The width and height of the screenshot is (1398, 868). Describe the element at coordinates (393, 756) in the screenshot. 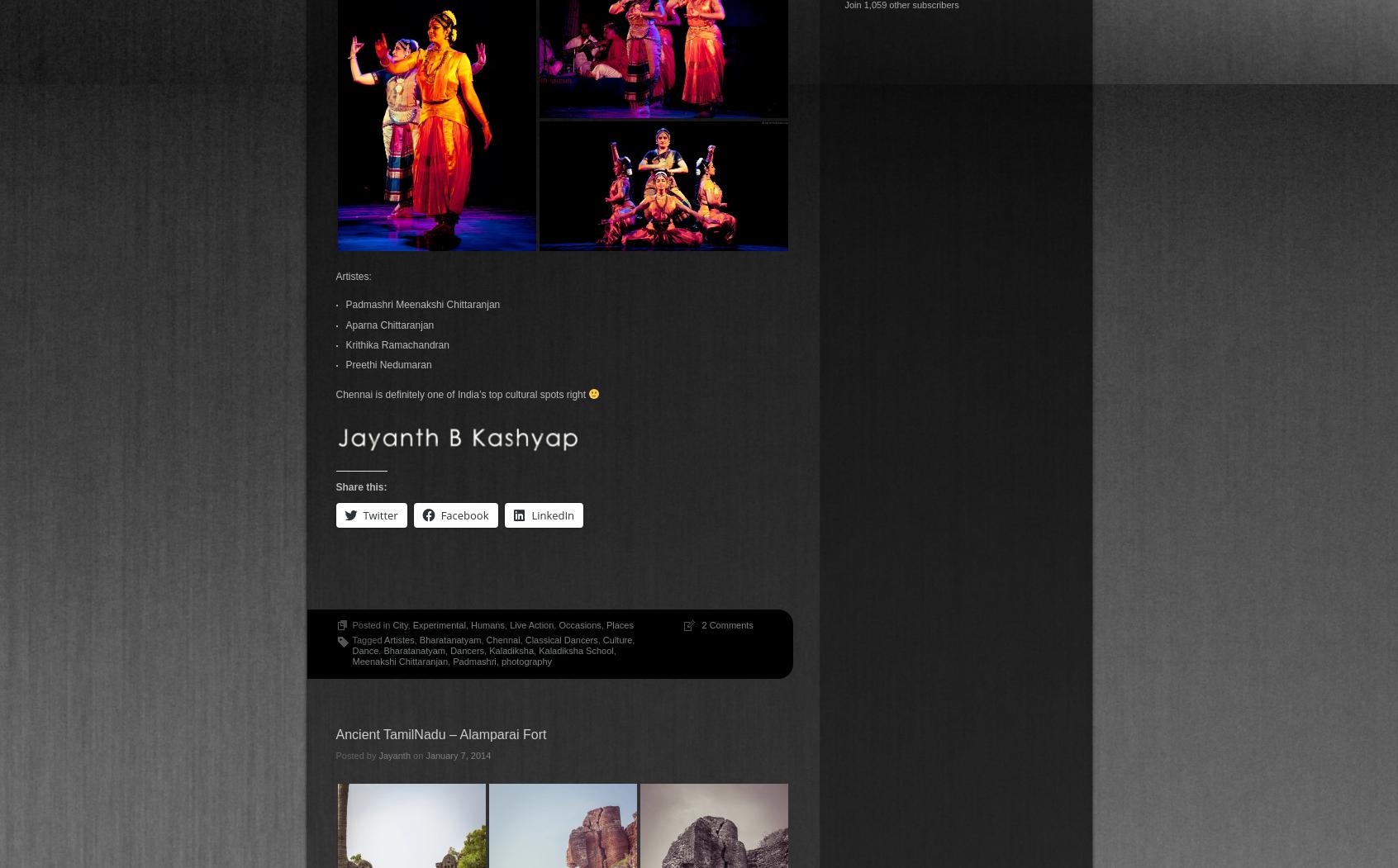

I see `'Jayanth'` at that location.